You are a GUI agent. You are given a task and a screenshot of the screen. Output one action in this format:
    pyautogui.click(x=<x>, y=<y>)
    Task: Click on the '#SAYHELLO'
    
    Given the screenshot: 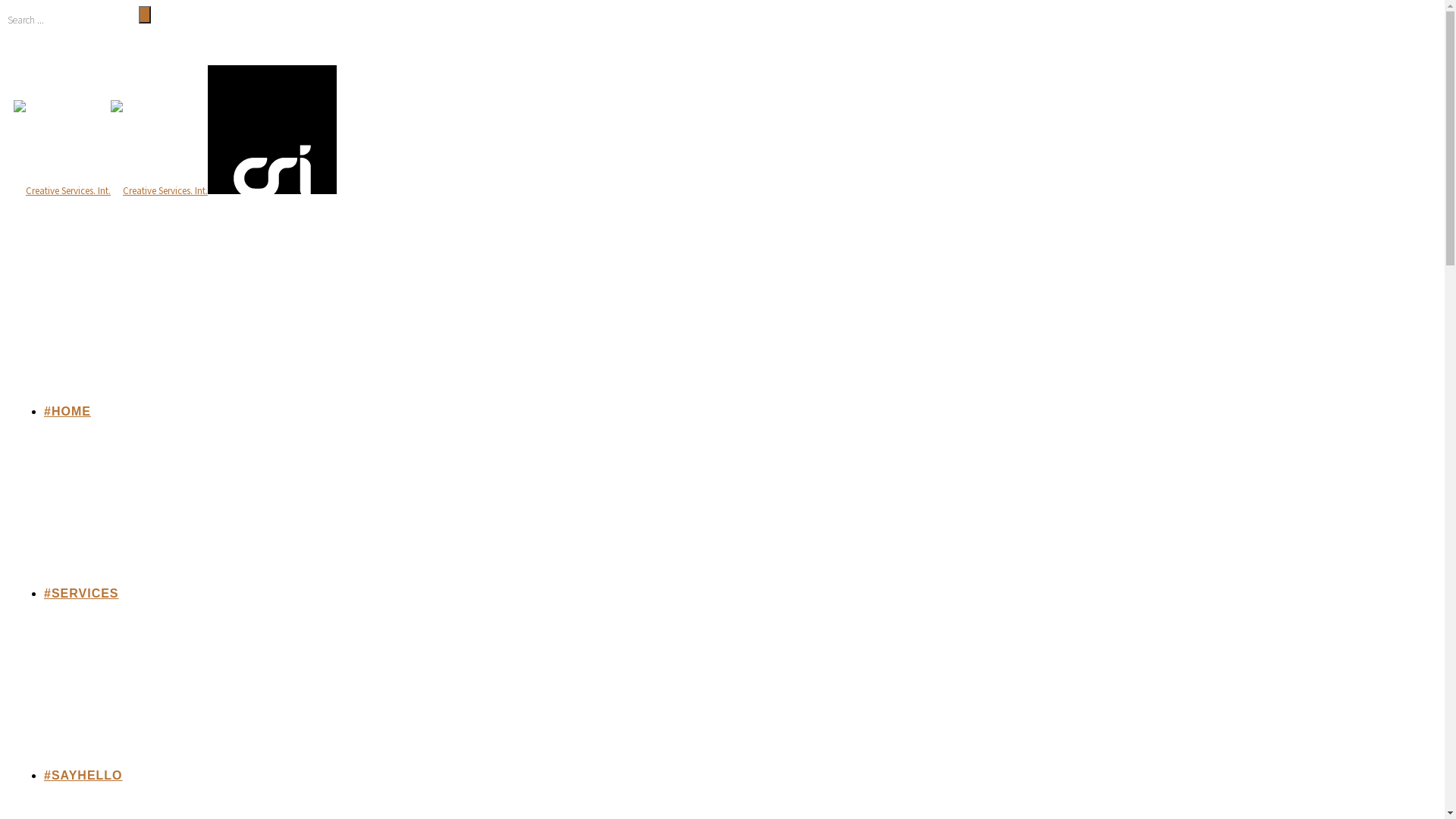 What is the action you would take?
    pyautogui.click(x=83, y=775)
    